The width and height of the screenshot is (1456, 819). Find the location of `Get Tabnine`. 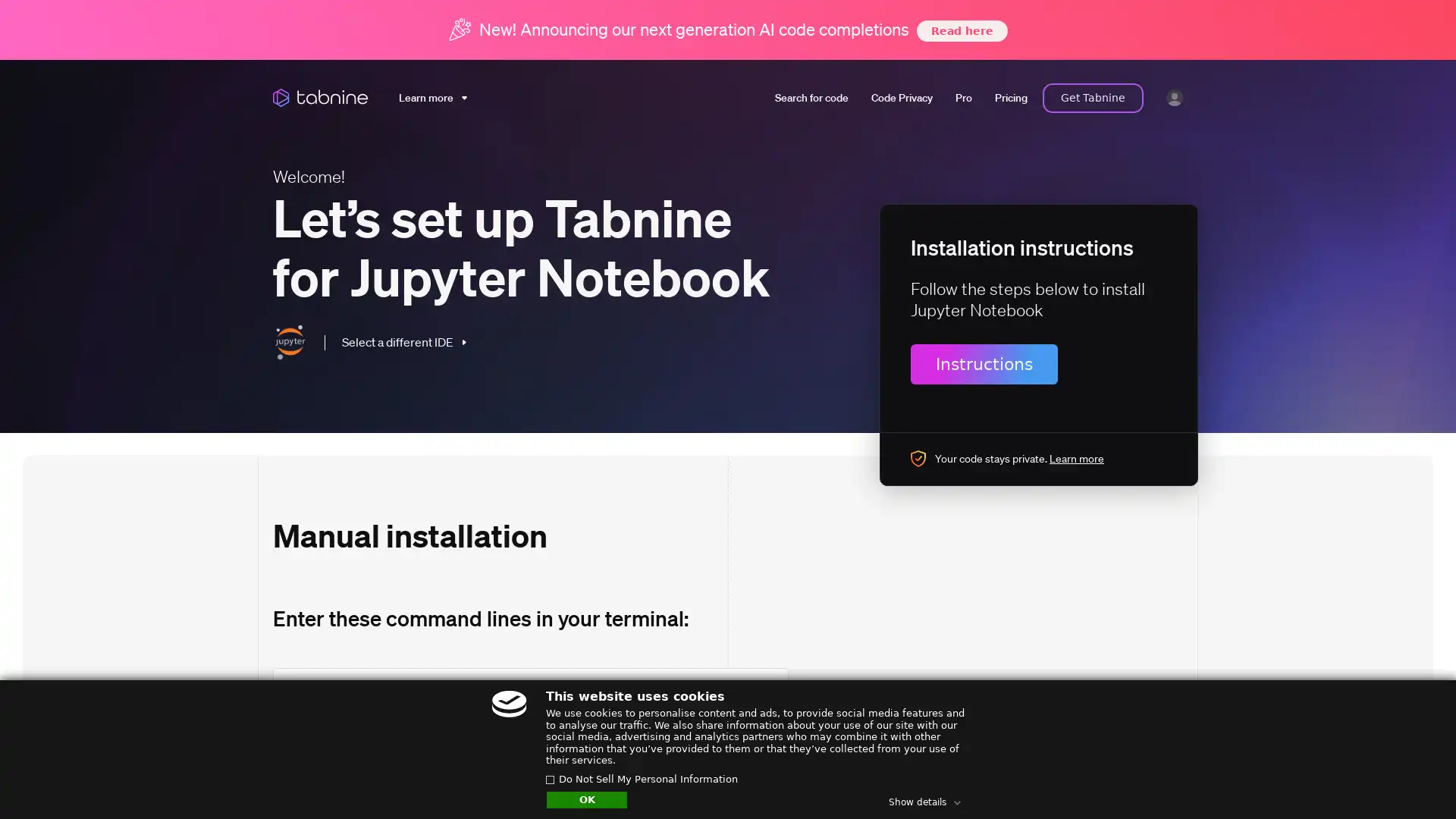

Get Tabnine is located at coordinates (1093, 97).